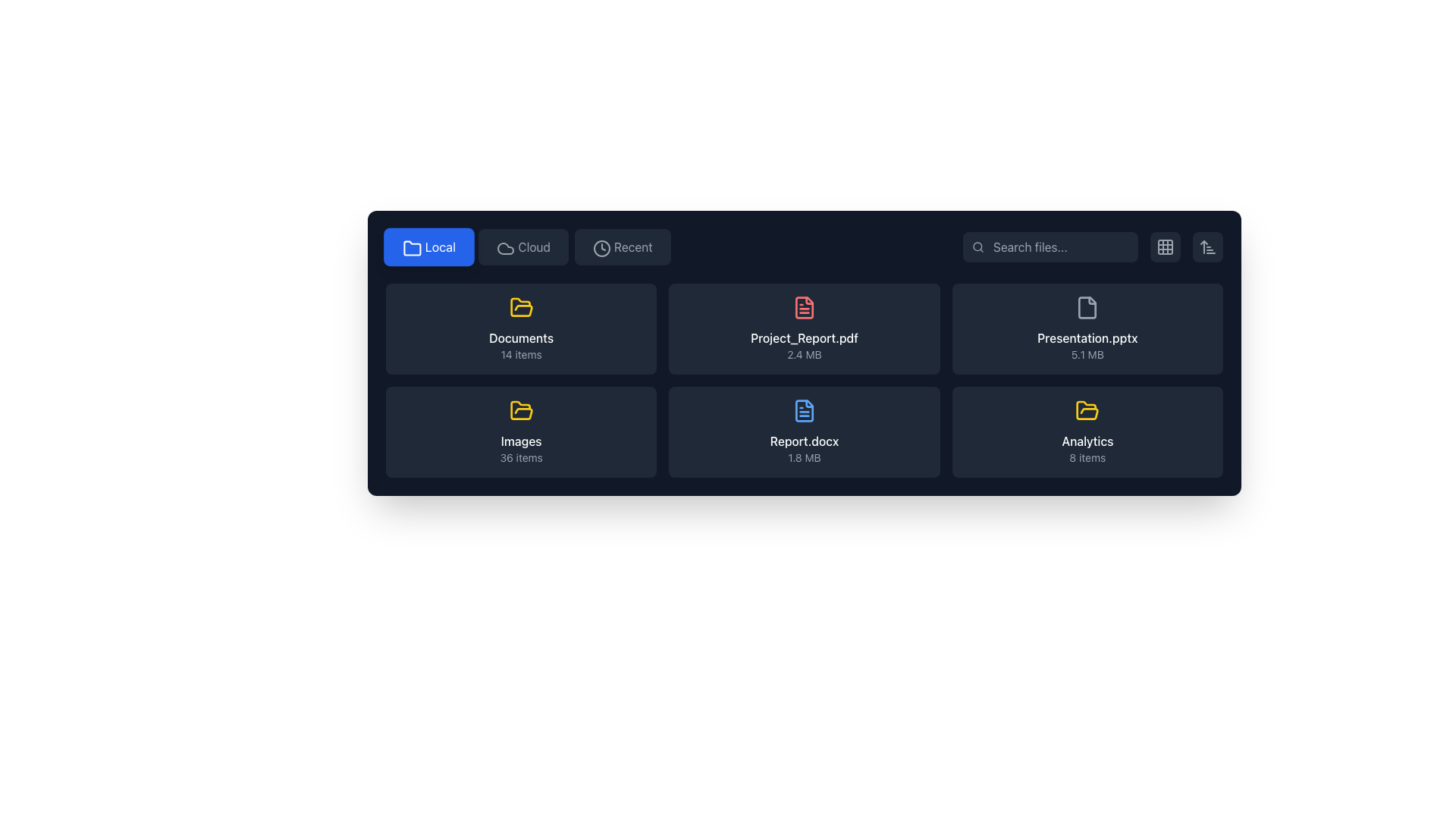  What do you see at coordinates (506, 247) in the screenshot?
I see `the cloud storage icon located in the top navigation bar, which serves as a decorative representation for cloud storage` at bounding box center [506, 247].